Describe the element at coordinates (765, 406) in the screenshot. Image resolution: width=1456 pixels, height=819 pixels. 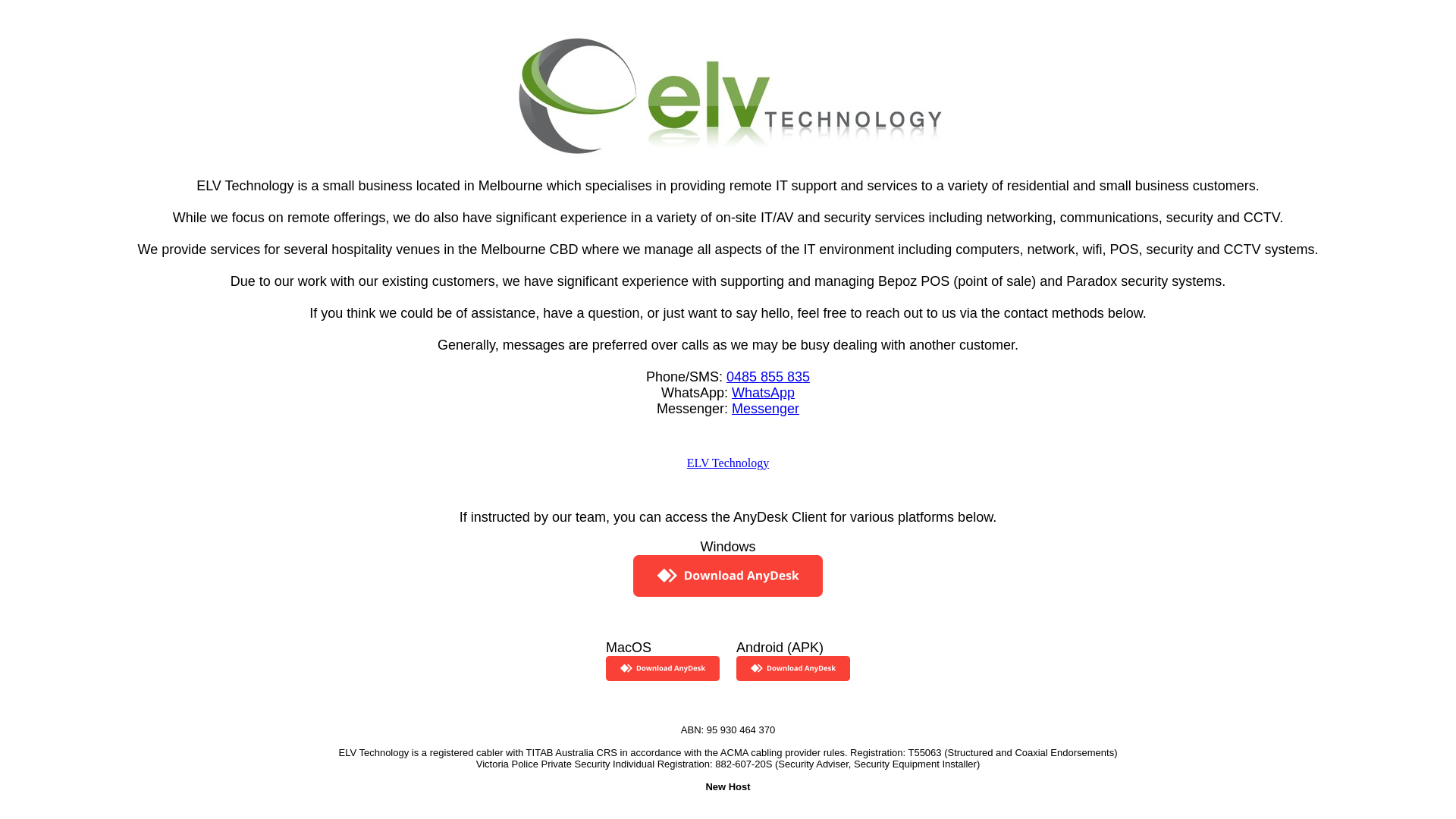
I see `'Messenger'` at that location.